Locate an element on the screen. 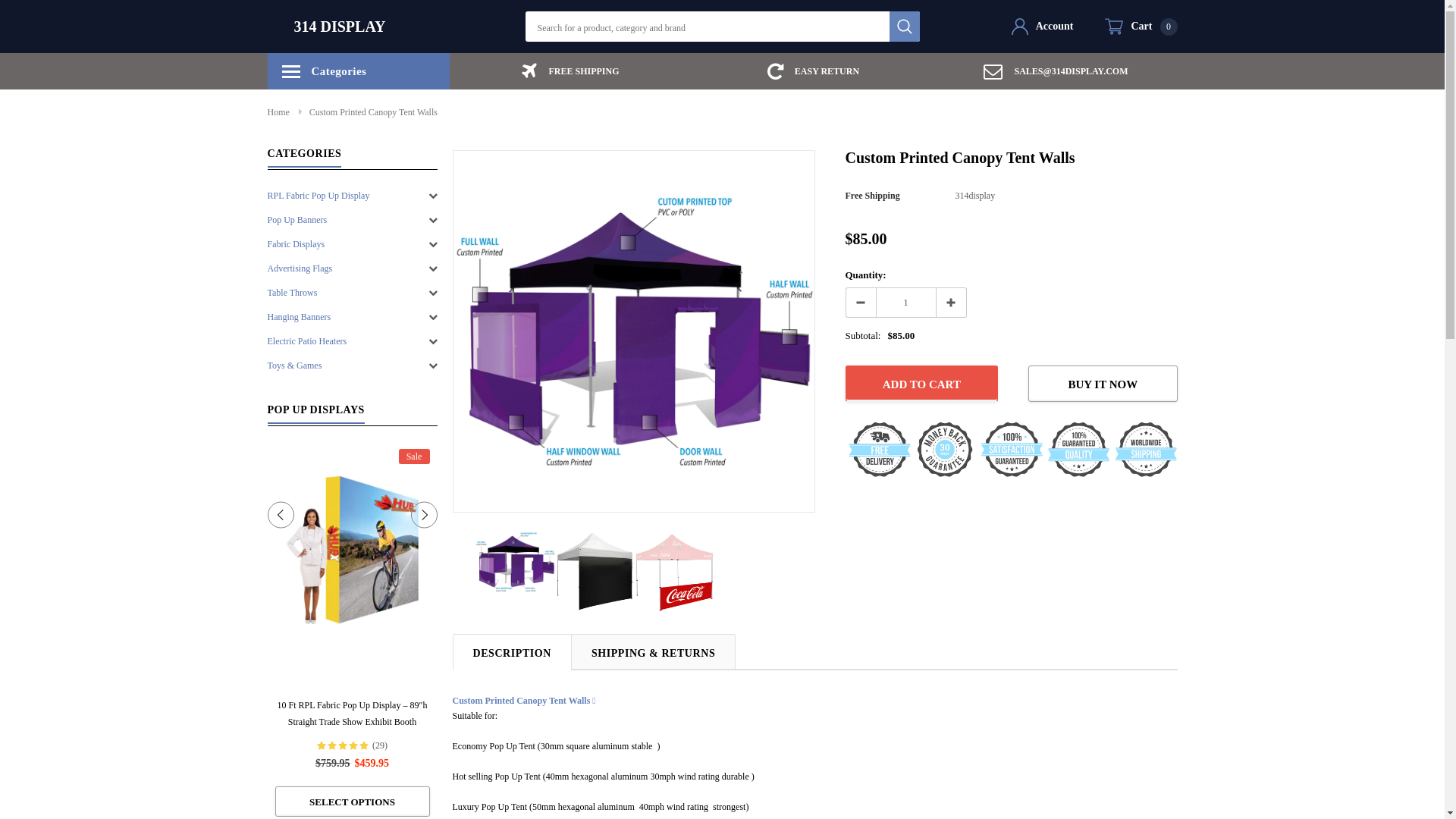 The height and width of the screenshot is (819, 1456). 'Add to Cart' is located at coordinates (843, 382).